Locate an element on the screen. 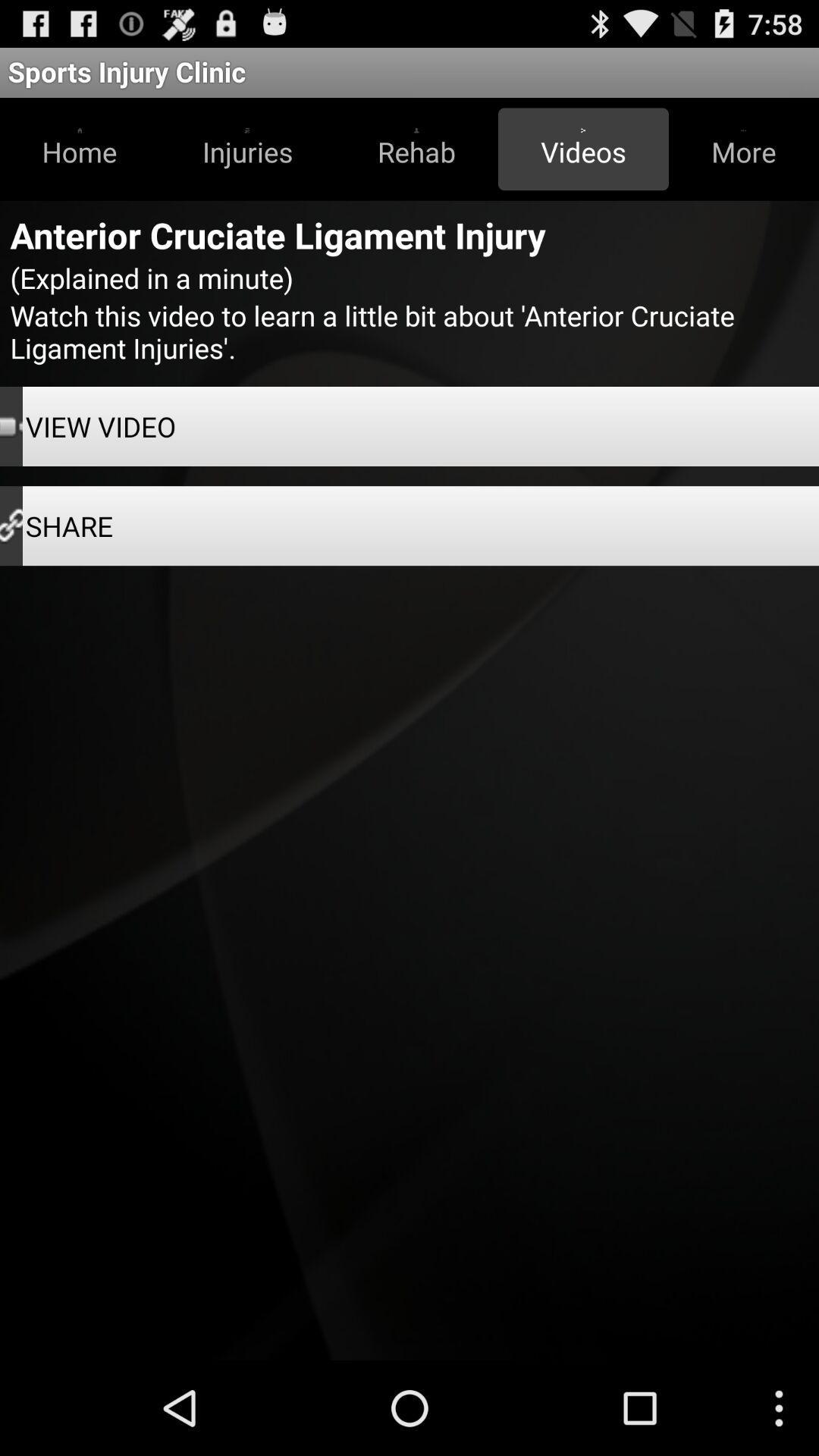  home is located at coordinates (80, 149).